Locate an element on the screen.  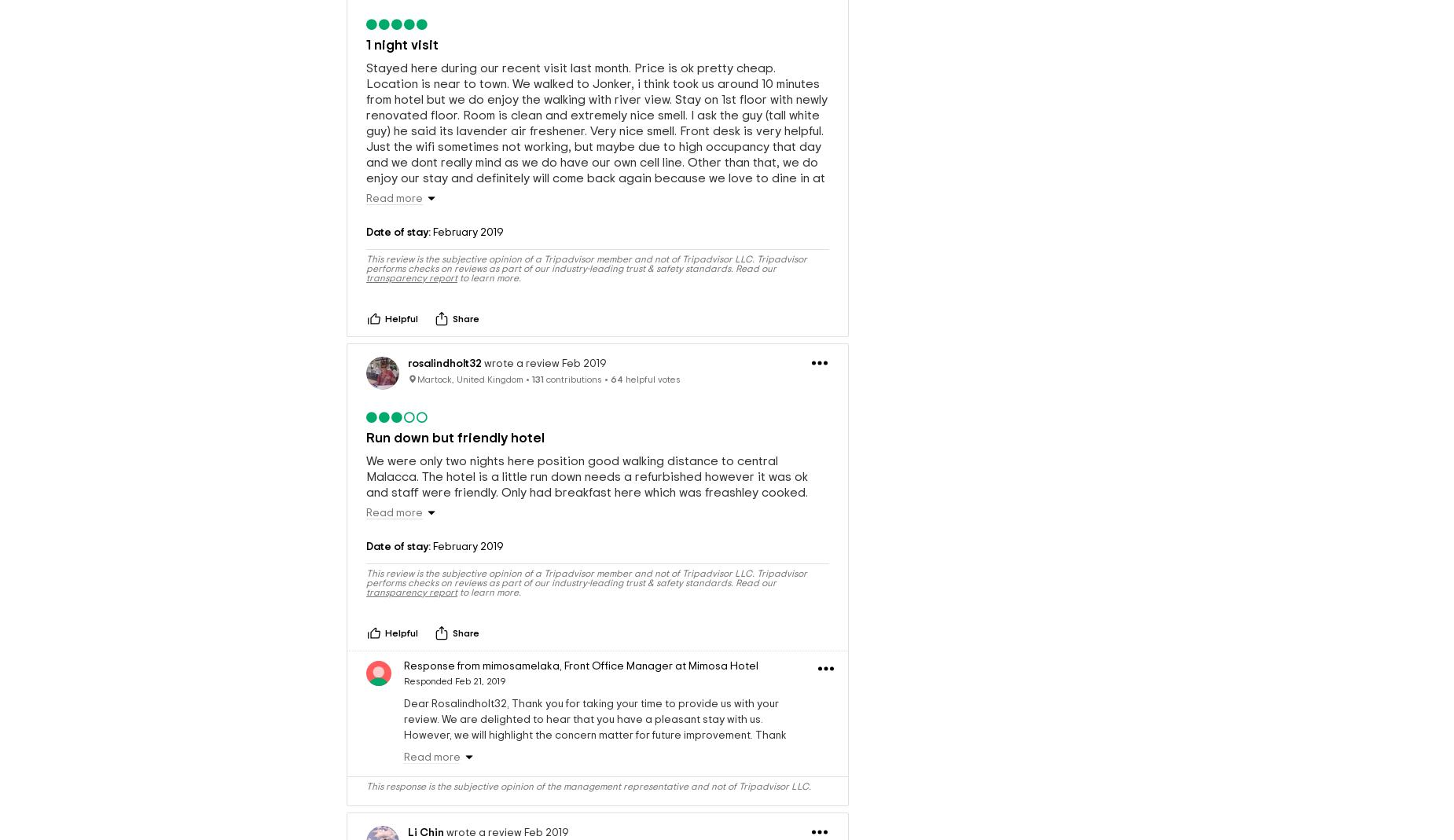
'Feb 21, 2019' is located at coordinates (480, 679).